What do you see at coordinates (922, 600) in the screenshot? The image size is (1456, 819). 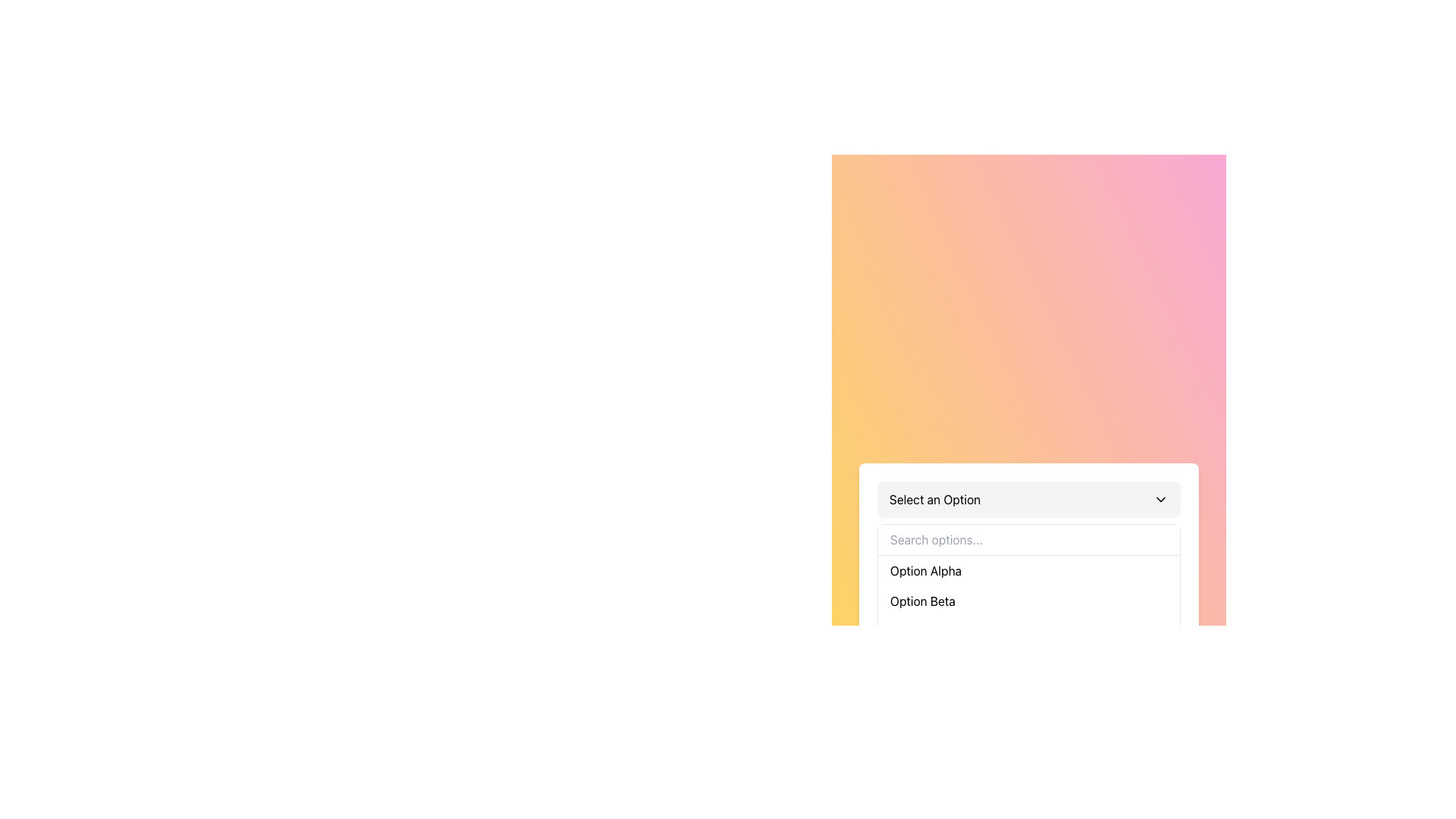 I see `the text label 'Option Beta' located` at bounding box center [922, 600].